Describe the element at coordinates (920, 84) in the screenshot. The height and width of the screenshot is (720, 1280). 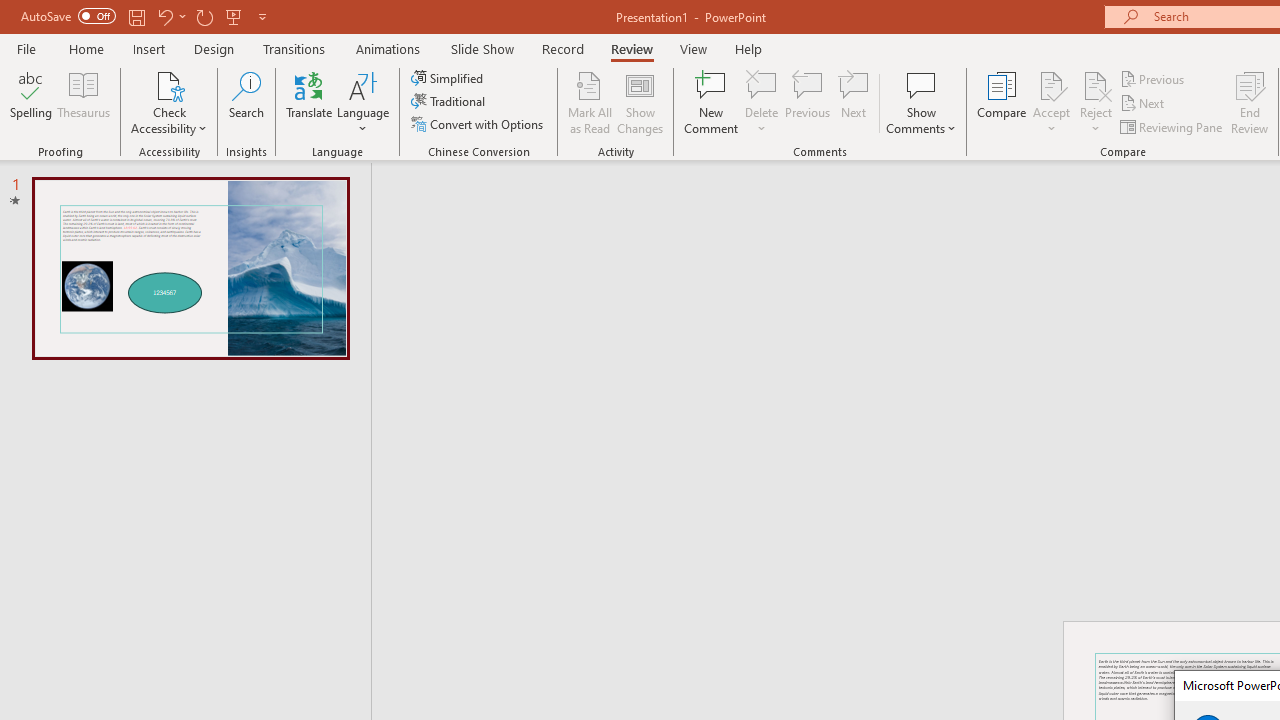
I see `'Show Comments'` at that location.